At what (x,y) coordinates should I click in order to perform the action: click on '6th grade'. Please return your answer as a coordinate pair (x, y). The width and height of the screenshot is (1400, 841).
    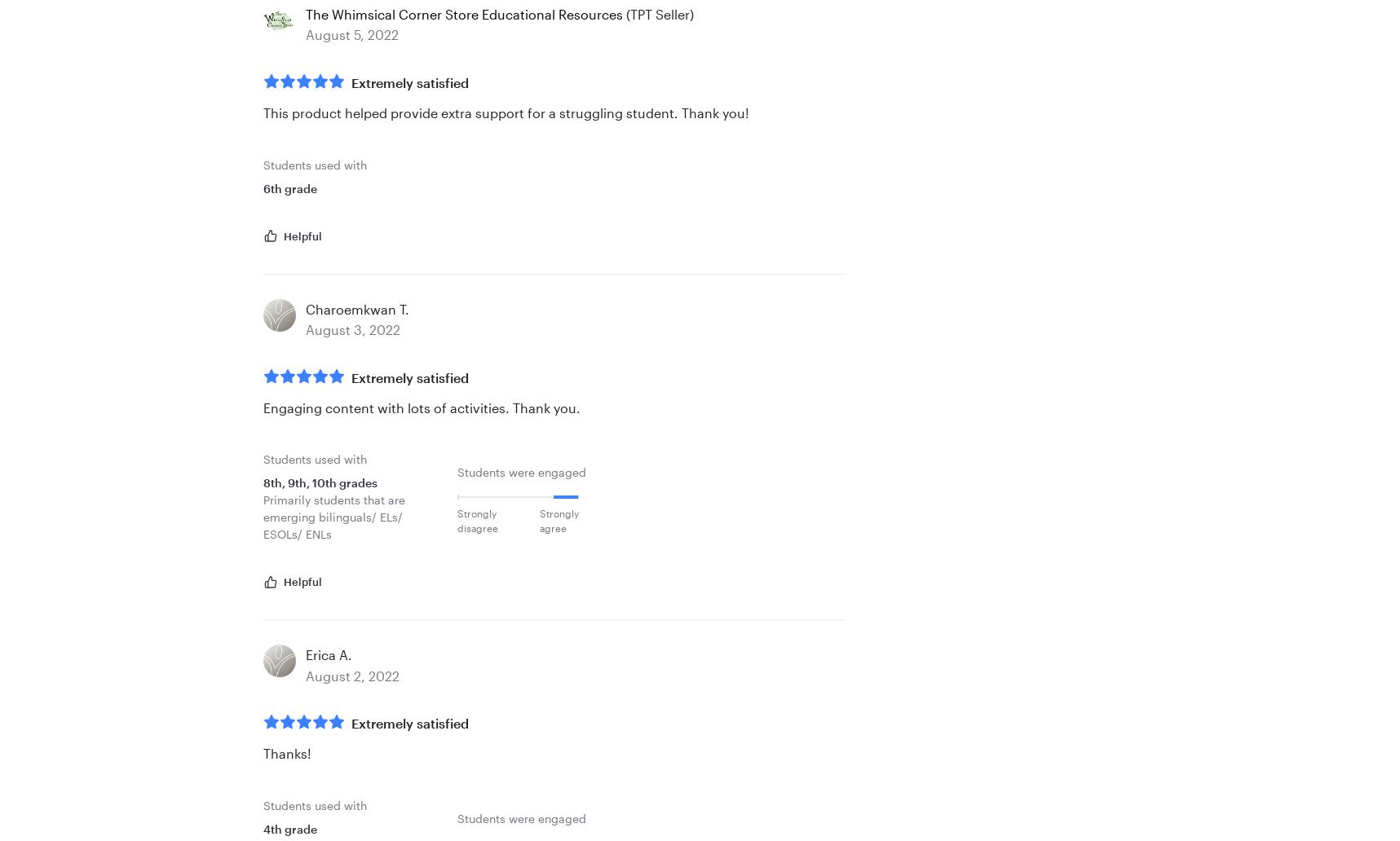
    Looking at the image, I should click on (289, 187).